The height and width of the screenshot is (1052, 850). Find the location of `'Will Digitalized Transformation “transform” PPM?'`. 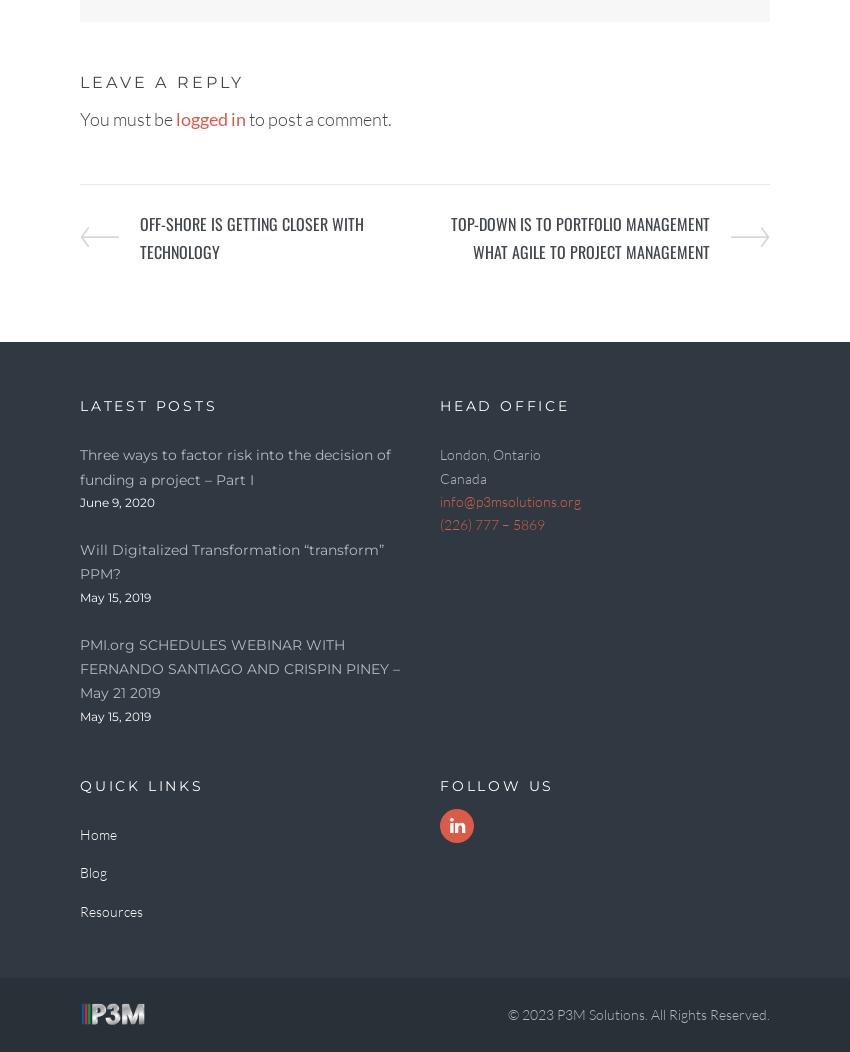

'Will Digitalized Transformation “transform” PPM?' is located at coordinates (79, 561).